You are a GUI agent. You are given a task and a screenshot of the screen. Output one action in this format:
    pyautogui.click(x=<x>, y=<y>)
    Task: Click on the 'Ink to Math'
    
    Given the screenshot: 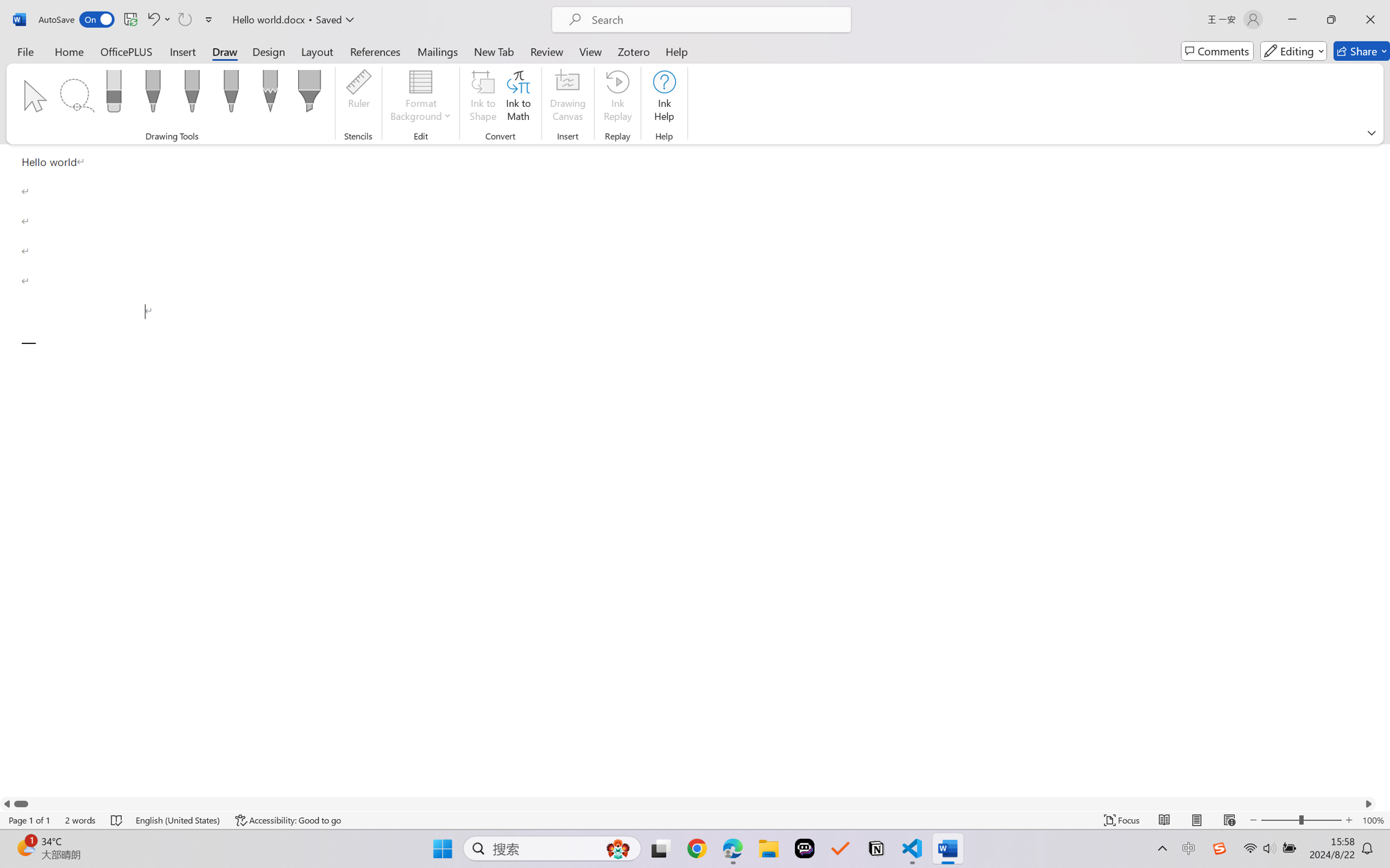 What is the action you would take?
    pyautogui.click(x=518, y=98)
    